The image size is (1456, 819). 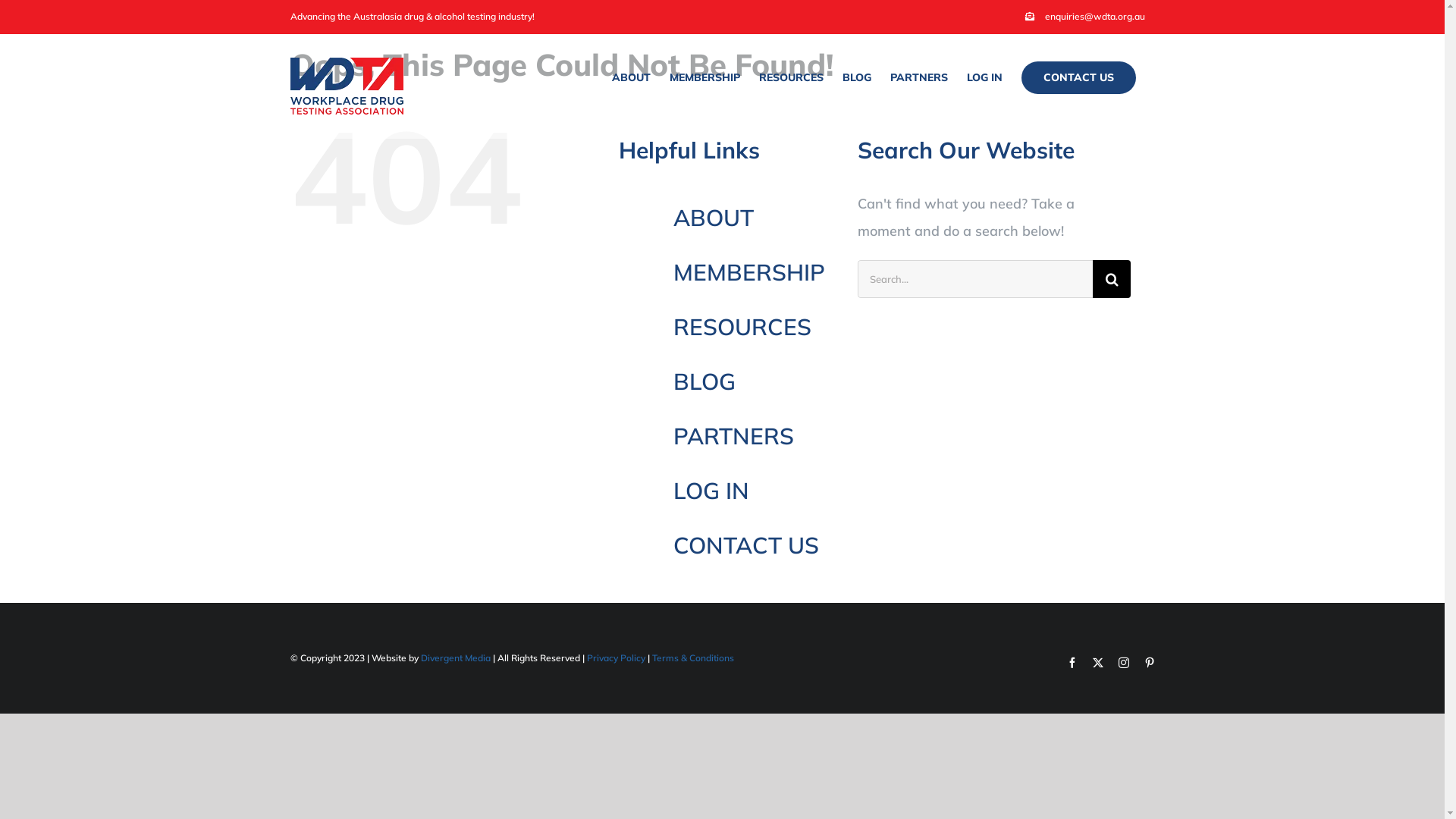 What do you see at coordinates (1084, 17) in the screenshot?
I see `'enquiries@wdta.org.au'` at bounding box center [1084, 17].